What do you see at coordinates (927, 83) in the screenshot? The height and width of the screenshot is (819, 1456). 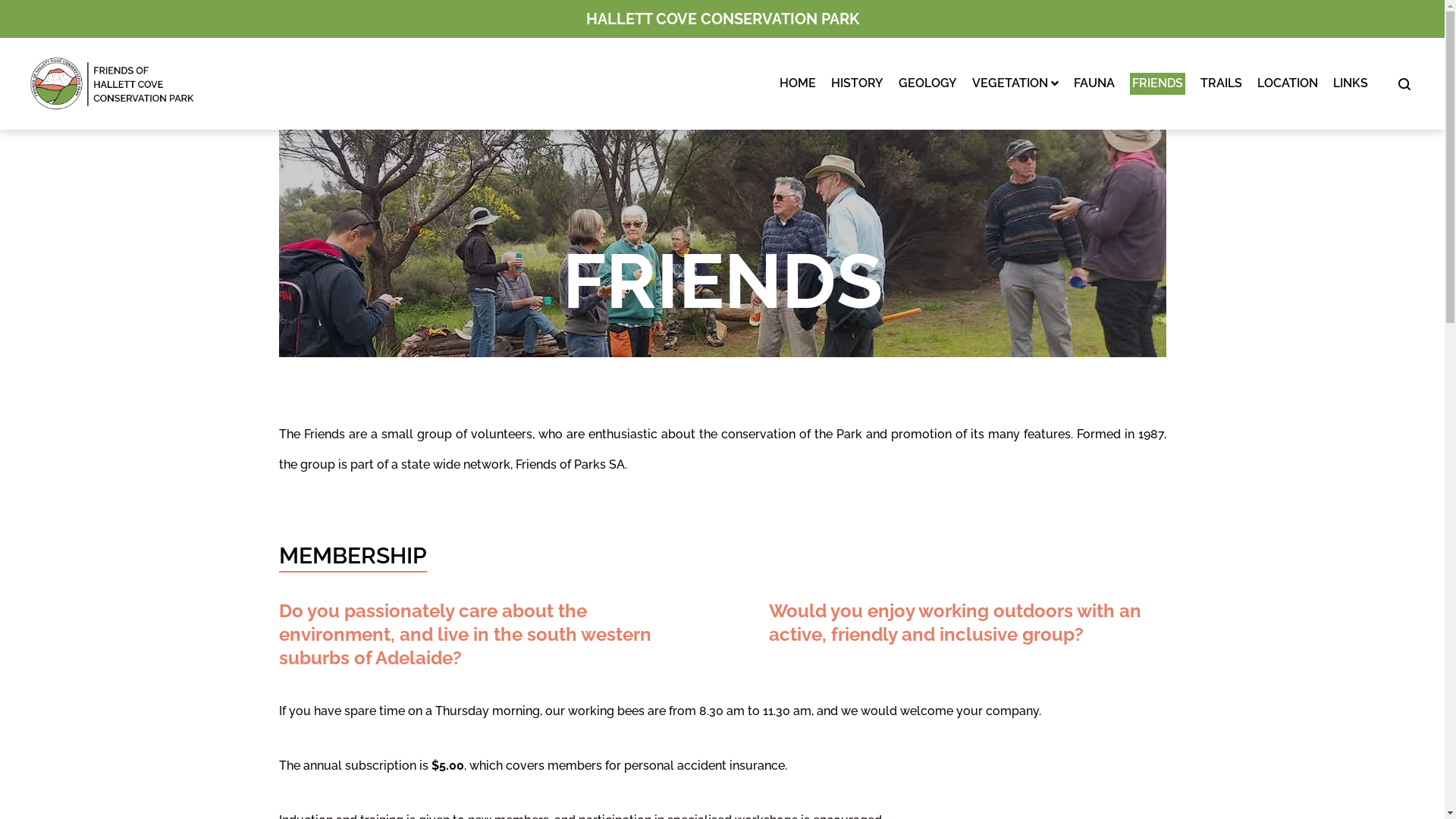 I see `'GEOLOGY'` at bounding box center [927, 83].